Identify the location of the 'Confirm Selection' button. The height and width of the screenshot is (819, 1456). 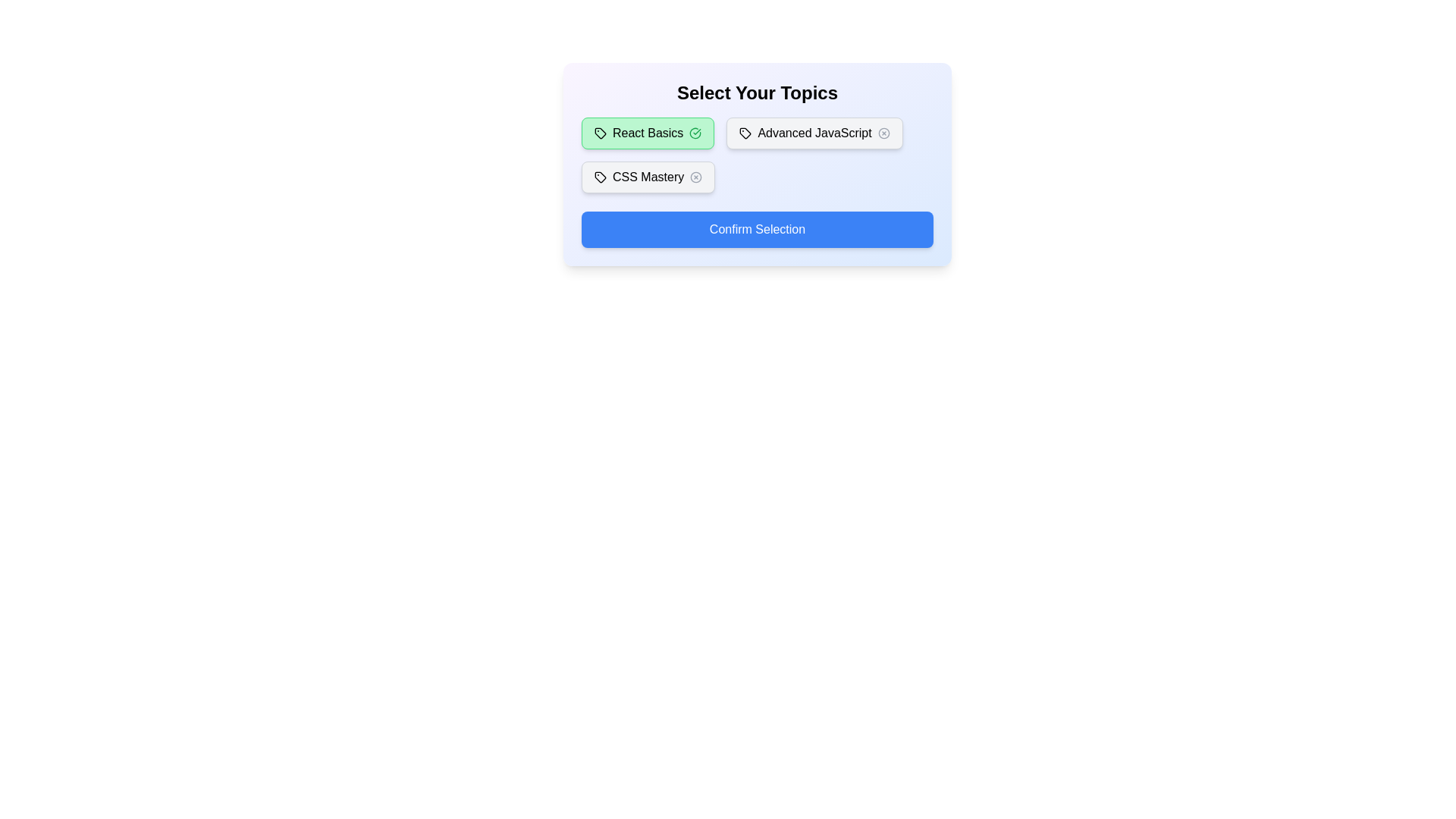
(757, 230).